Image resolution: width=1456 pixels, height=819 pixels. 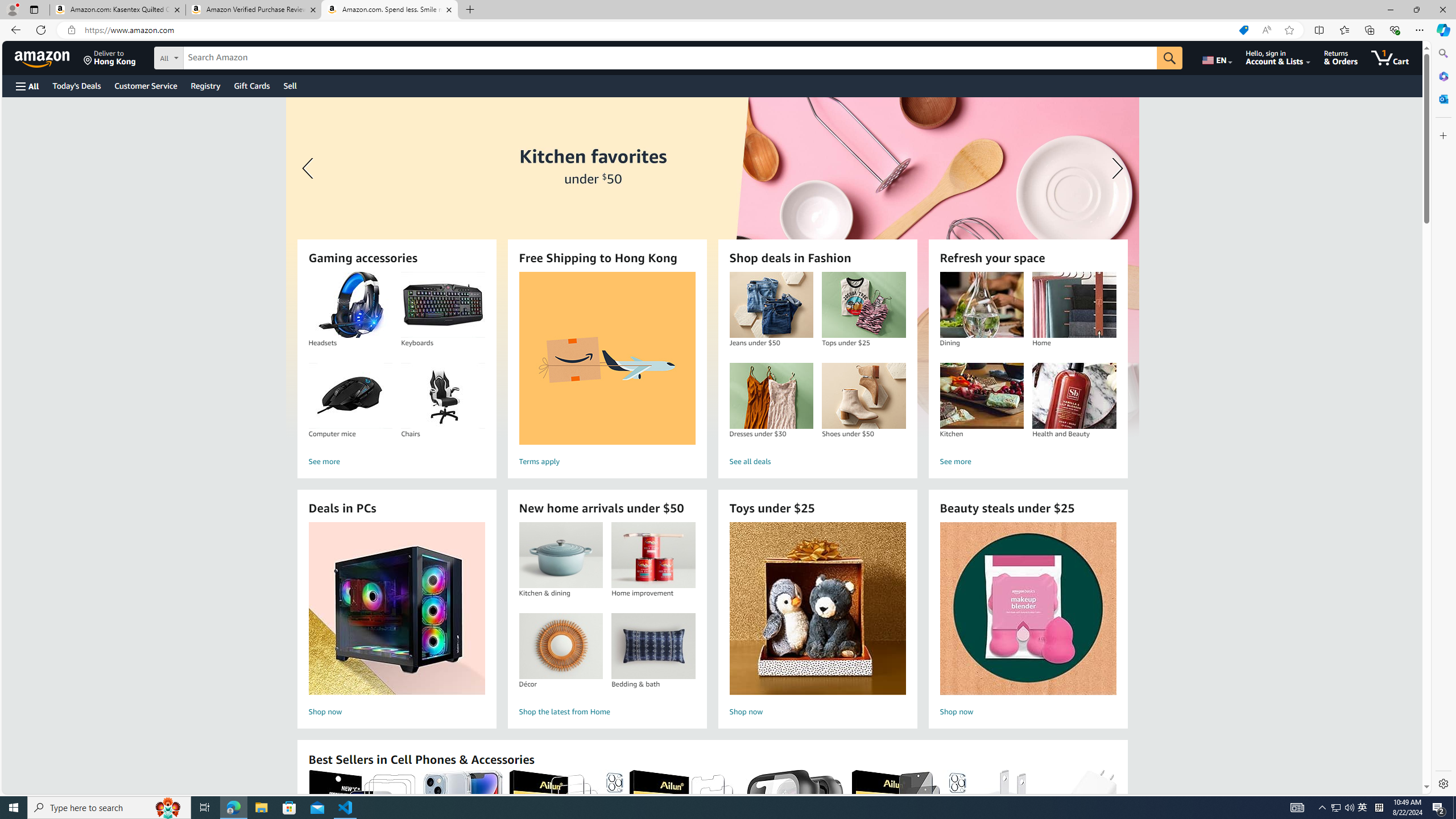 I want to click on 'Dining', so click(x=981, y=305).